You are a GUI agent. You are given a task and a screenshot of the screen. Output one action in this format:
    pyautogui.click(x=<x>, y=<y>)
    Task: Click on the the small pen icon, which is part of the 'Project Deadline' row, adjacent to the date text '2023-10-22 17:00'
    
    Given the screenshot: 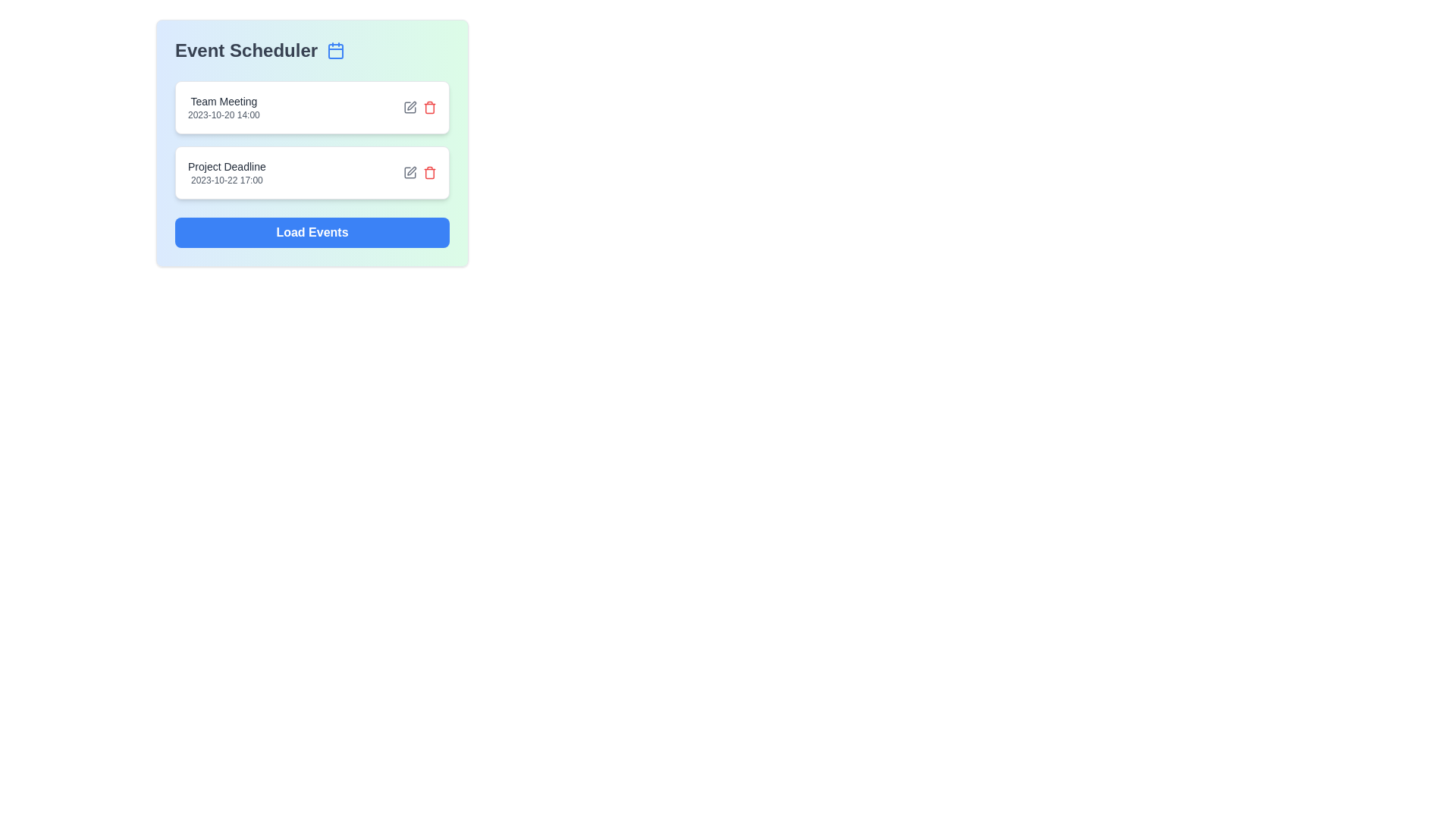 What is the action you would take?
    pyautogui.click(x=412, y=171)
    